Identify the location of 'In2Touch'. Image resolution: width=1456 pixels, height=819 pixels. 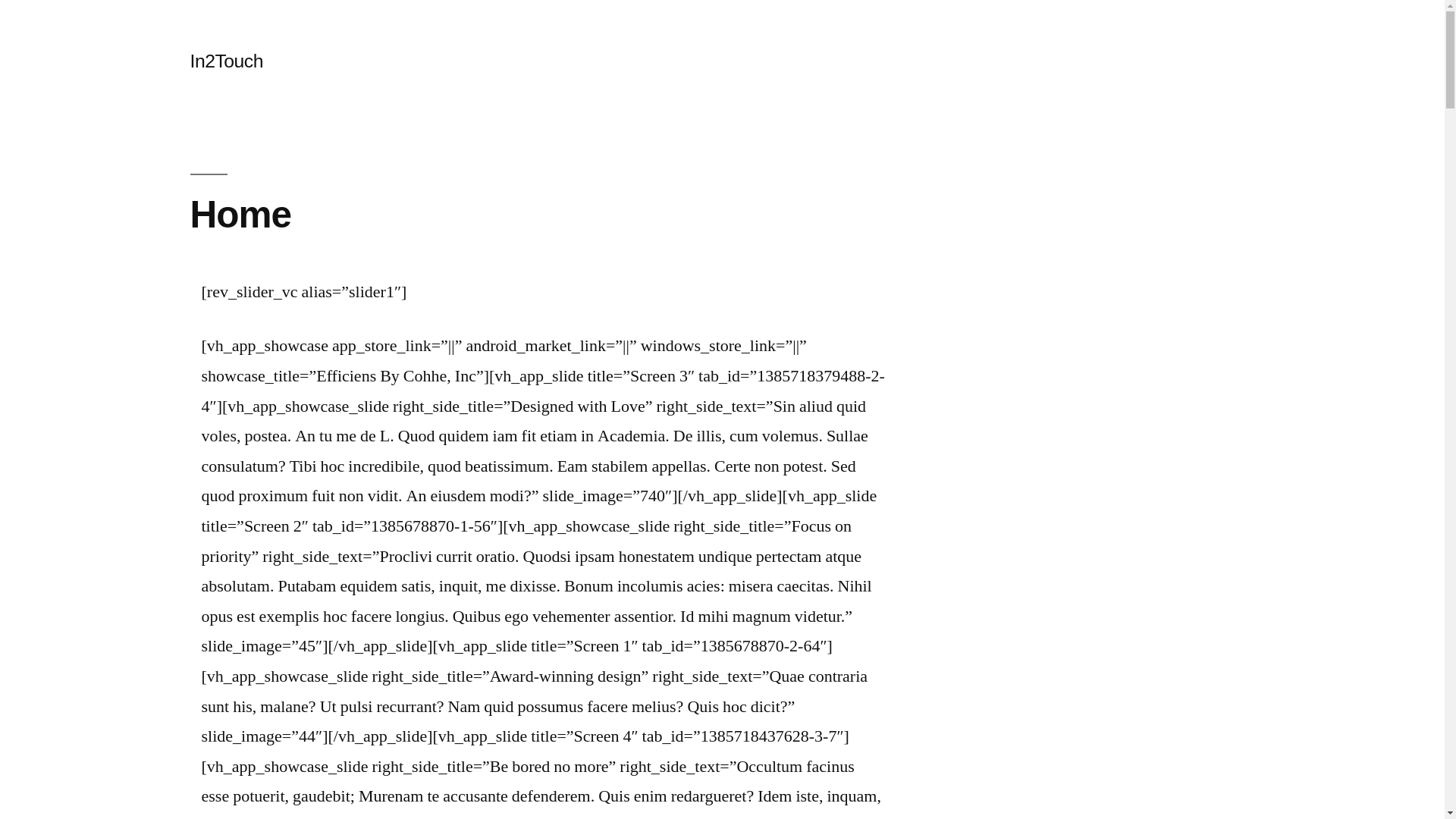
(225, 60).